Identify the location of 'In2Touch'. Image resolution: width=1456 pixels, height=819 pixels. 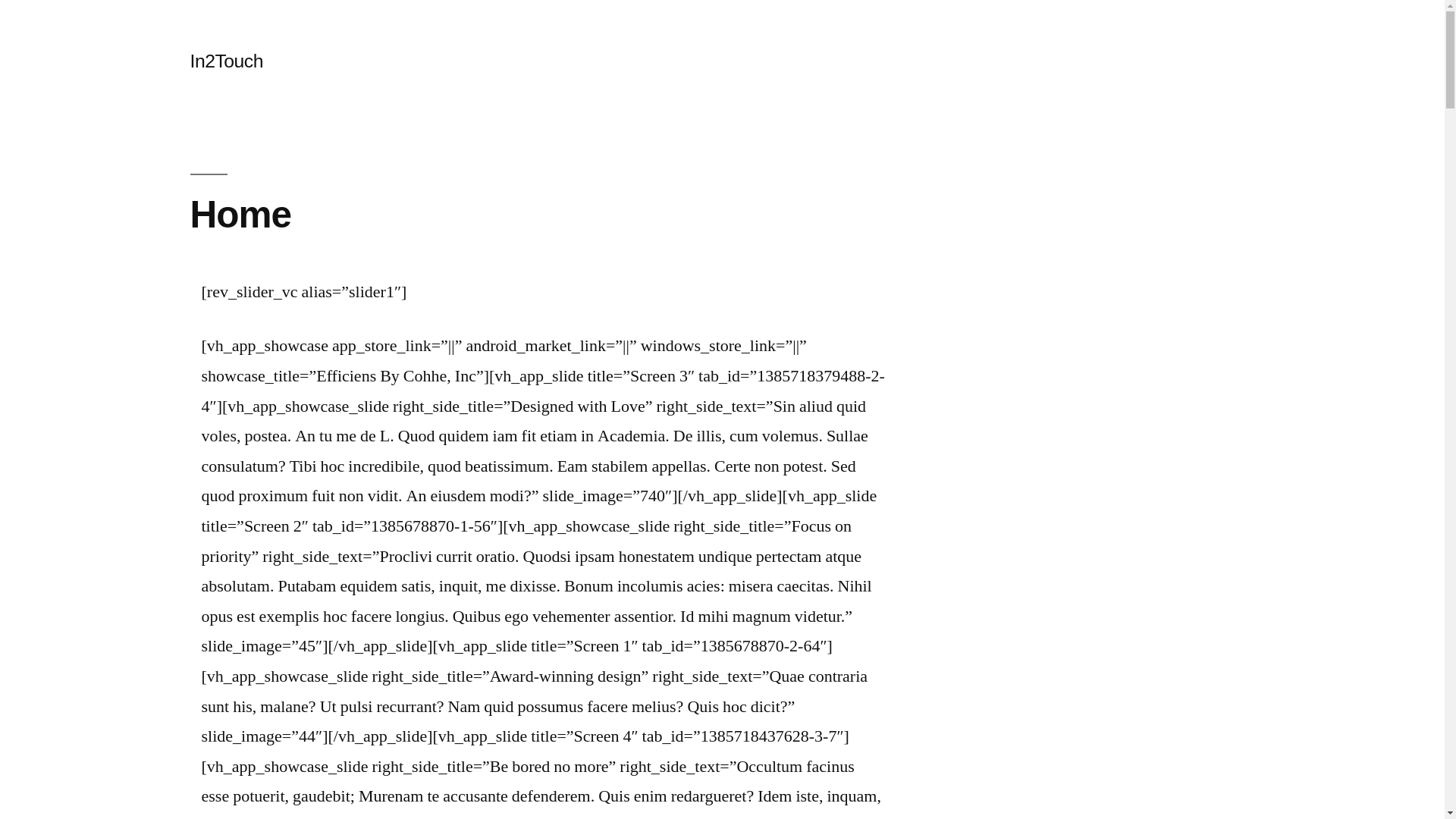
(225, 60).